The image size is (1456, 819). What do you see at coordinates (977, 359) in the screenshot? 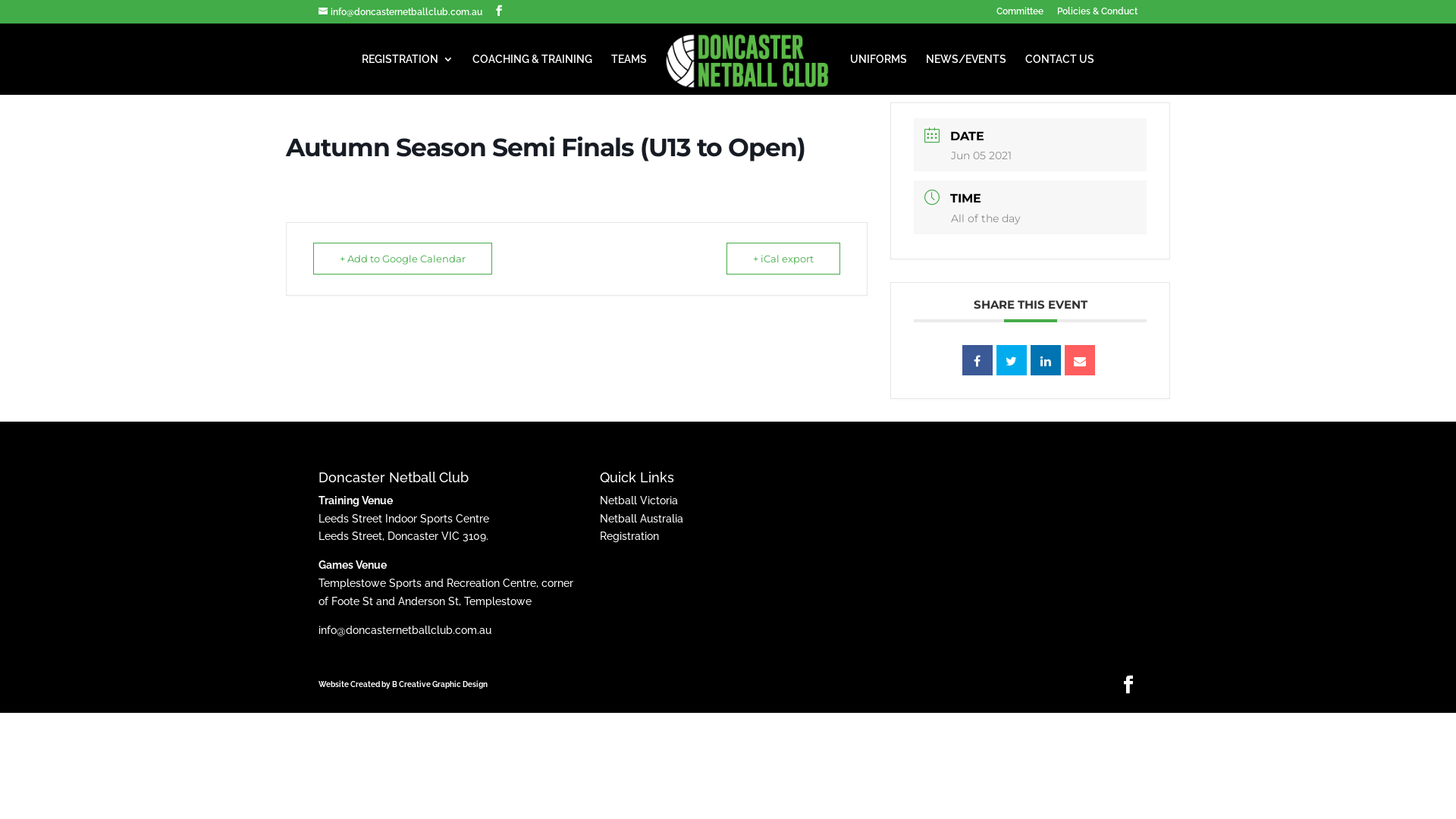
I see `'Share on Facebook'` at bounding box center [977, 359].